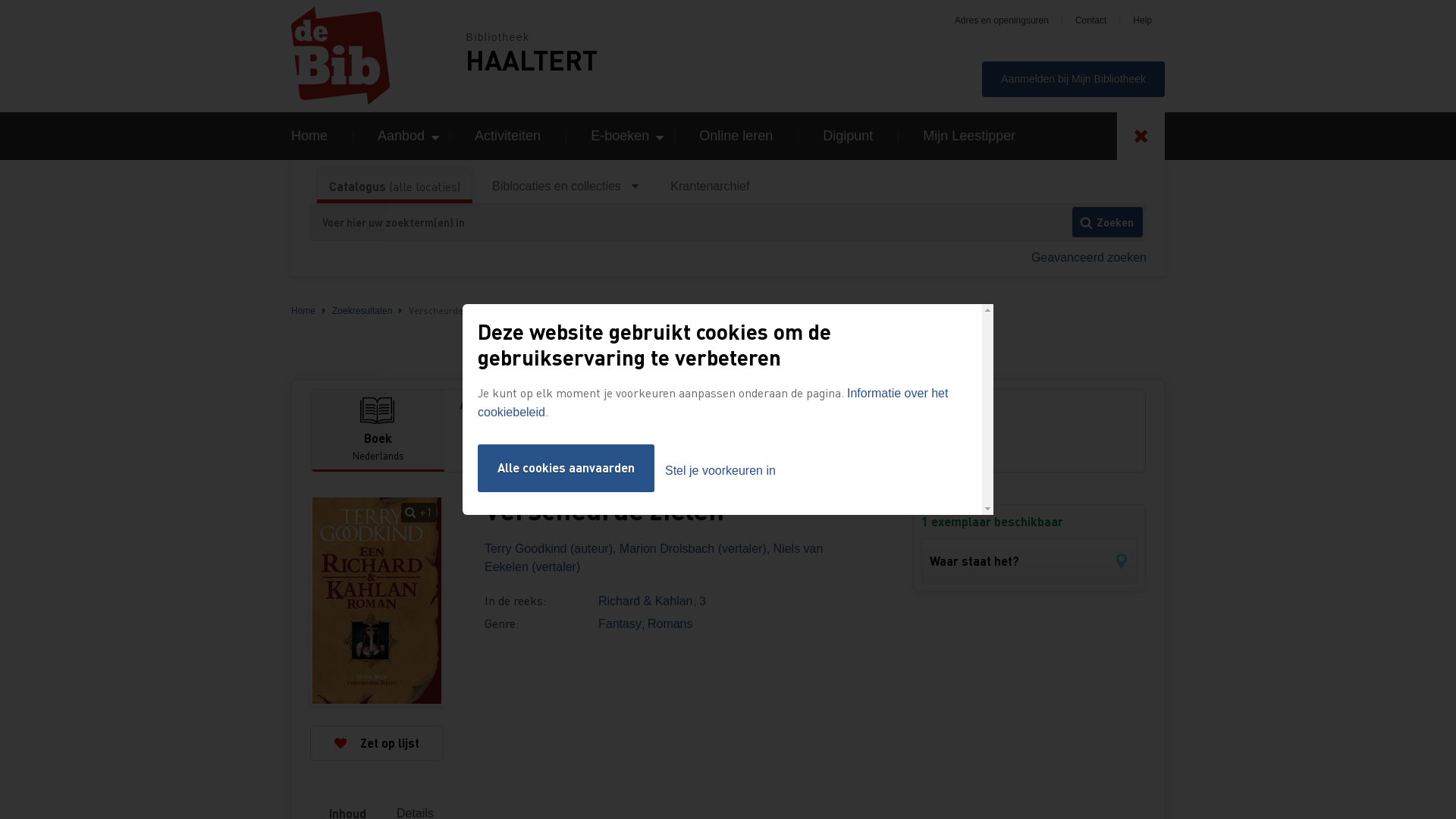  Describe the element at coordinates (847, 135) in the screenshot. I see `'Digipunt'` at that location.